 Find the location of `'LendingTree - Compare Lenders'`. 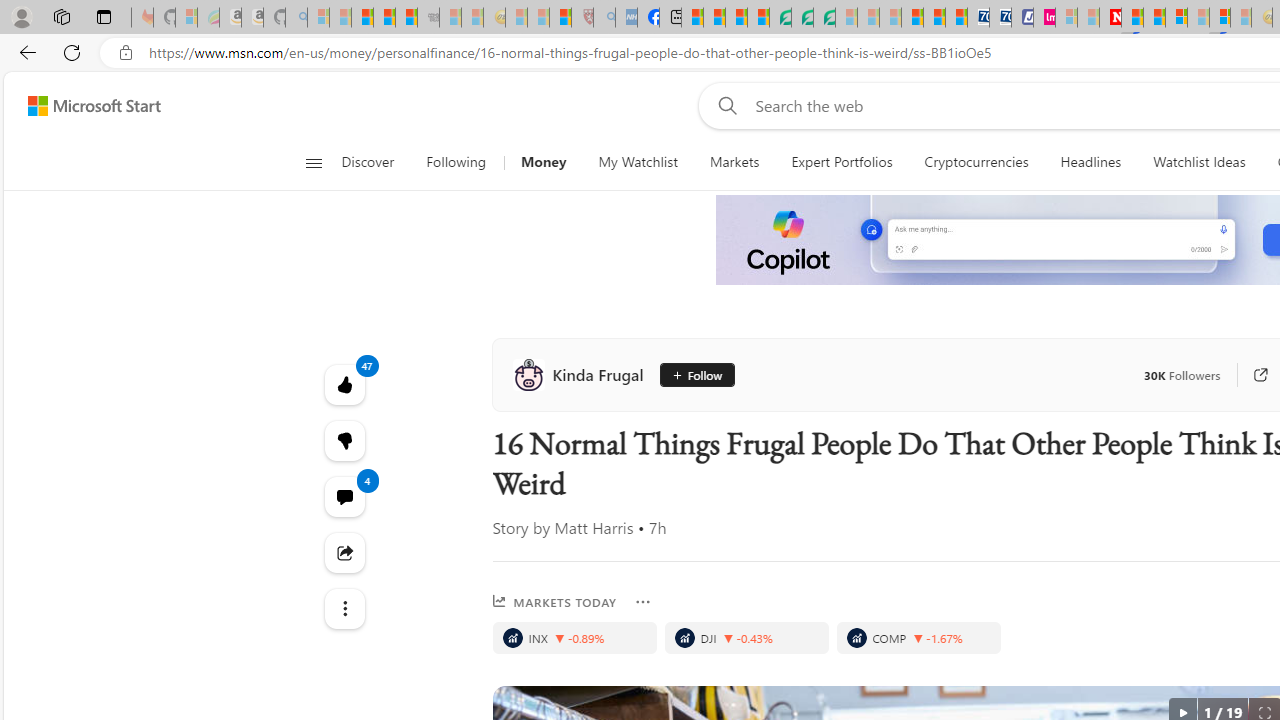

'LendingTree - Compare Lenders' is located at coordinates (779, 17).